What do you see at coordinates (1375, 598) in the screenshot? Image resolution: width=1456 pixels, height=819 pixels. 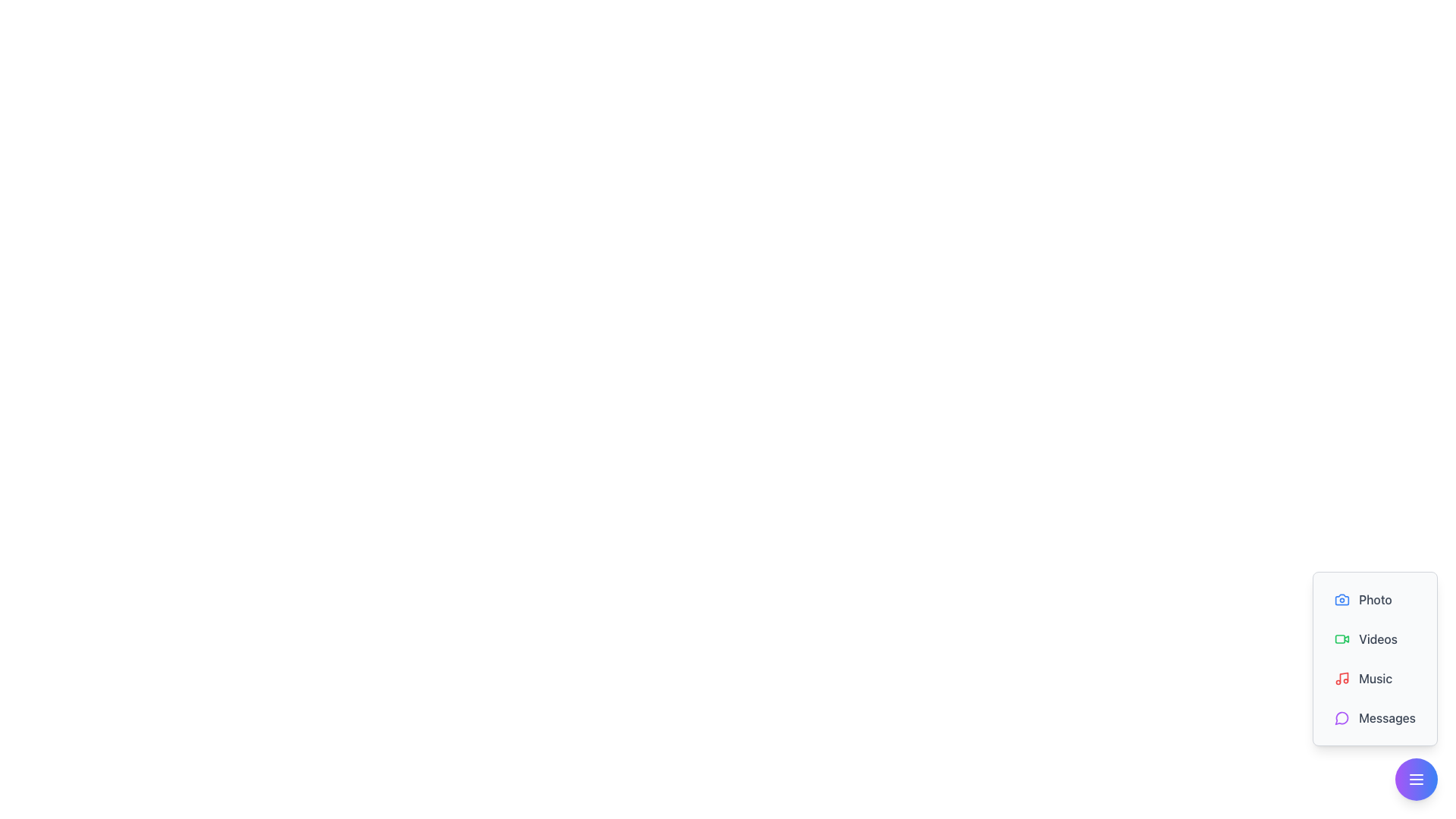 I see `the first item in the vertical stack of menu options` at bounding box center [1375, 598].